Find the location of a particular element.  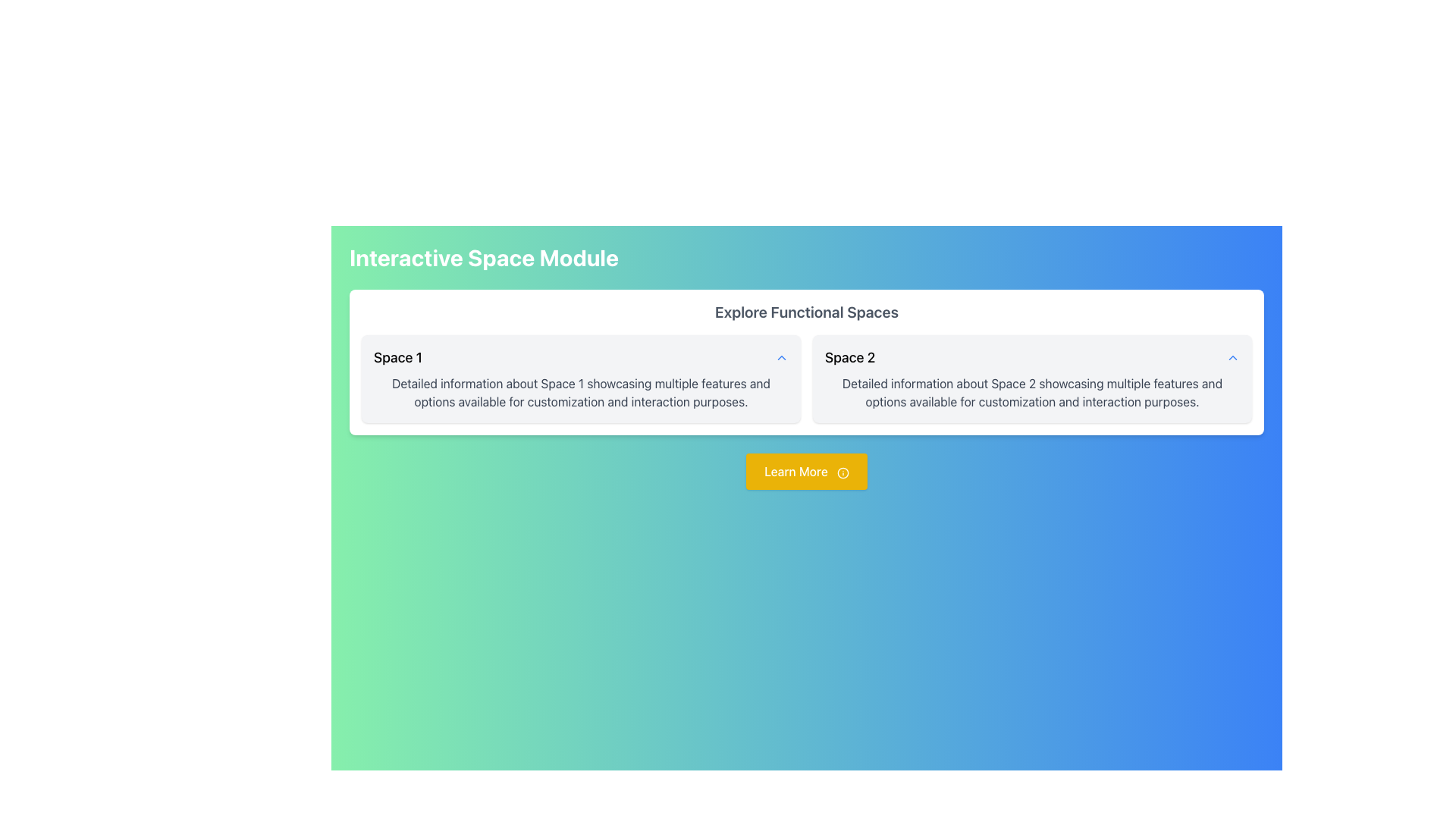

the Icon Button in the upper-right corner of 'Space 1' to interact and collapse or expand additional details is located at coordinates (782, 357).